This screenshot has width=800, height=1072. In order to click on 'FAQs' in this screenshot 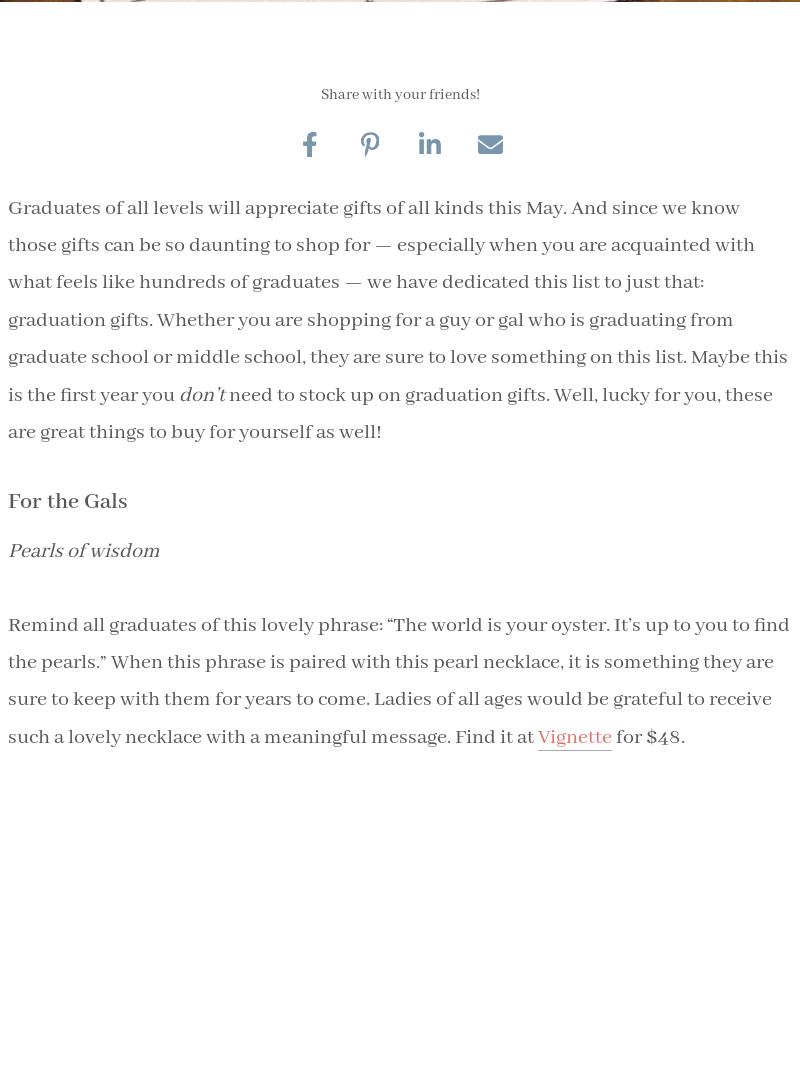, I will do `click(89, 748)`.